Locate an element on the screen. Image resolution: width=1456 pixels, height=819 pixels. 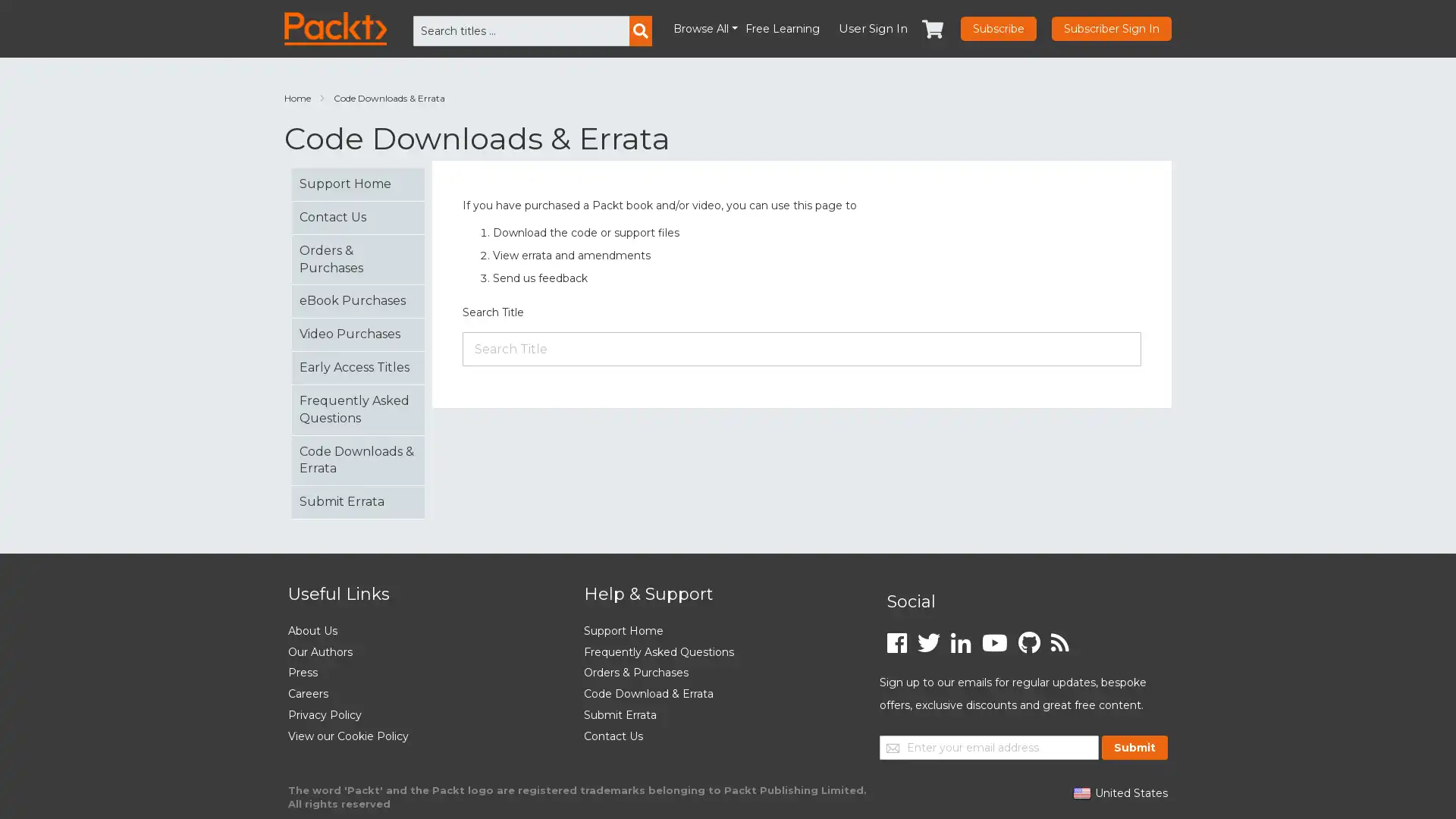
Search is located at coordinates (640, 31).